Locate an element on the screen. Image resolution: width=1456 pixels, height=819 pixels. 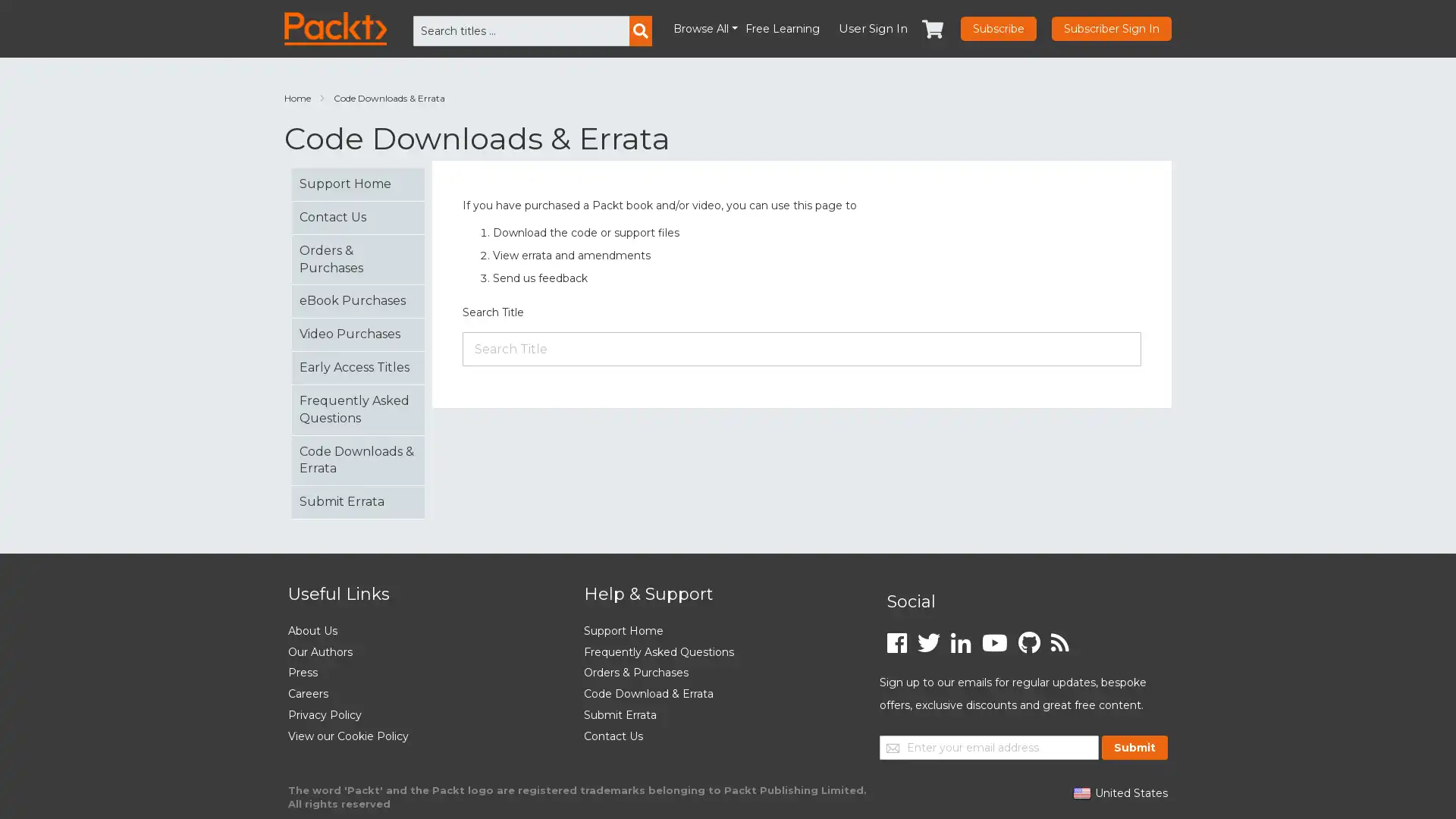
Search is located at coordinates (640, 31).